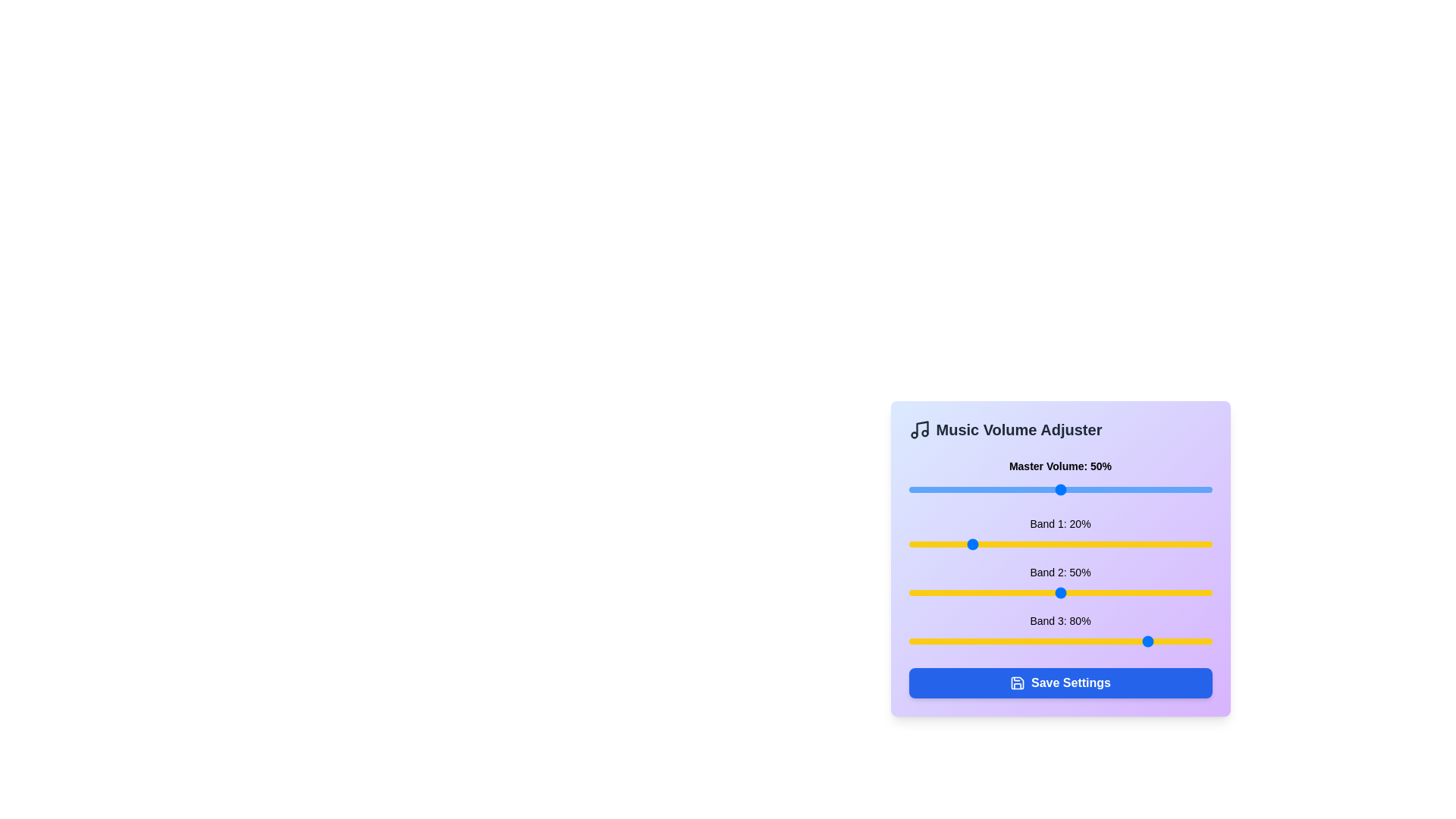  What do you see at coordinates (965, 641) in the screenshot?
I see `Band 3` at bounding box center [965, 641].